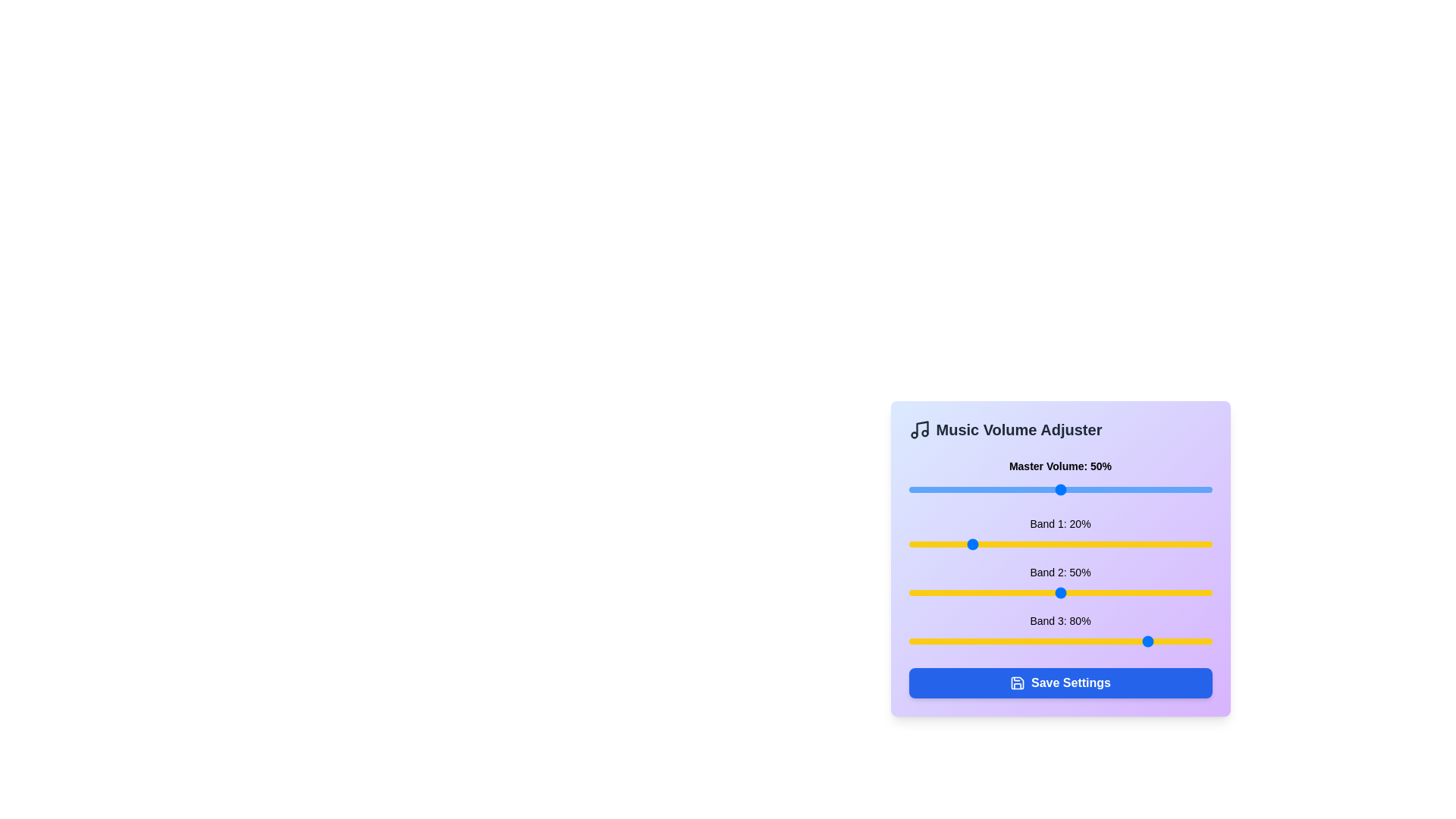  What do you see at coordinates (965, 641) in the screenshot?
I see `Band 3` at bounding box center [965, 641].